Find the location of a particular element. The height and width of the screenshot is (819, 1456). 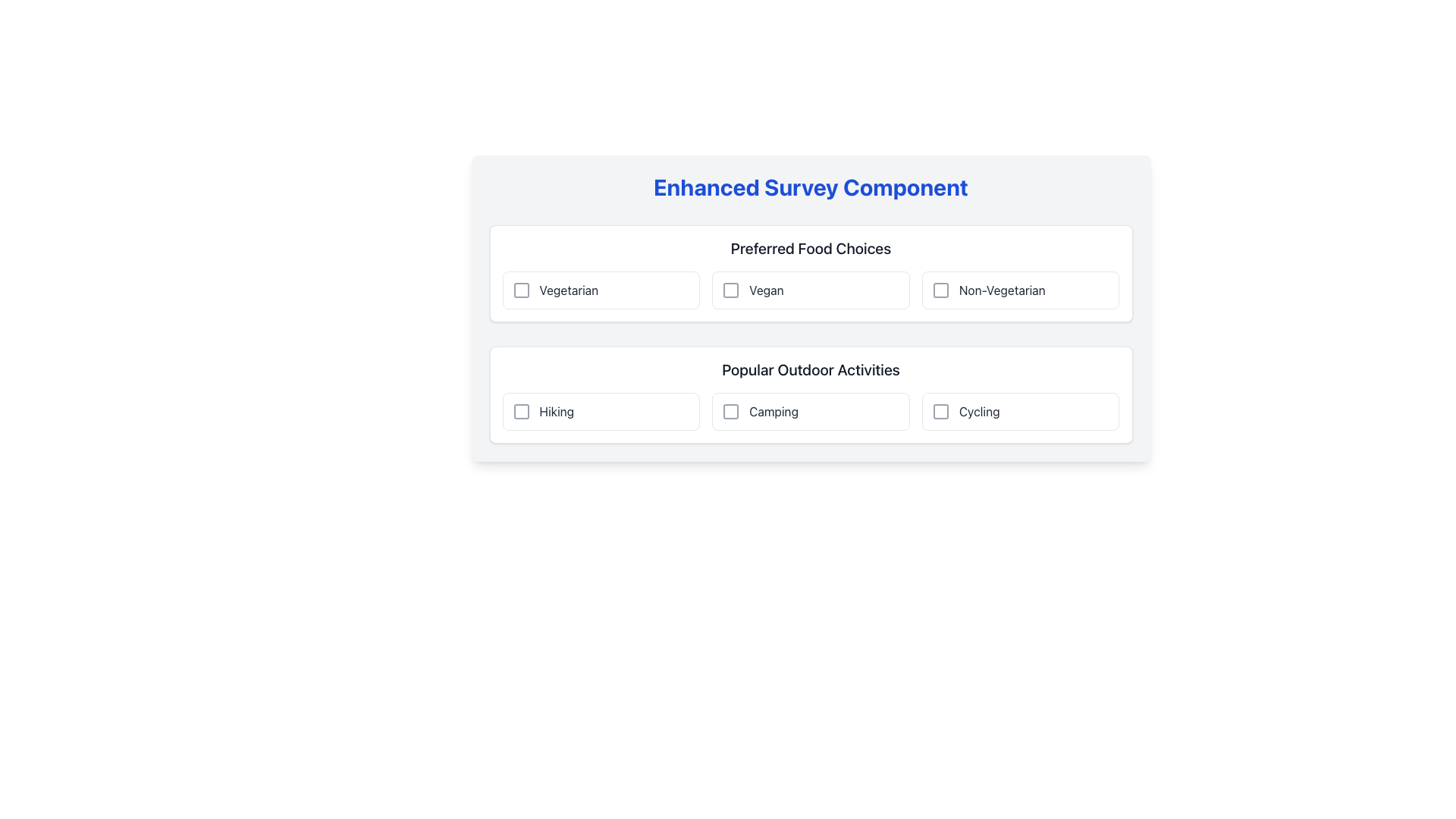

the checkbox for the 'Hiking' option in the 'Popular Outdoor Activities' section is located at coordinates (521, 412).